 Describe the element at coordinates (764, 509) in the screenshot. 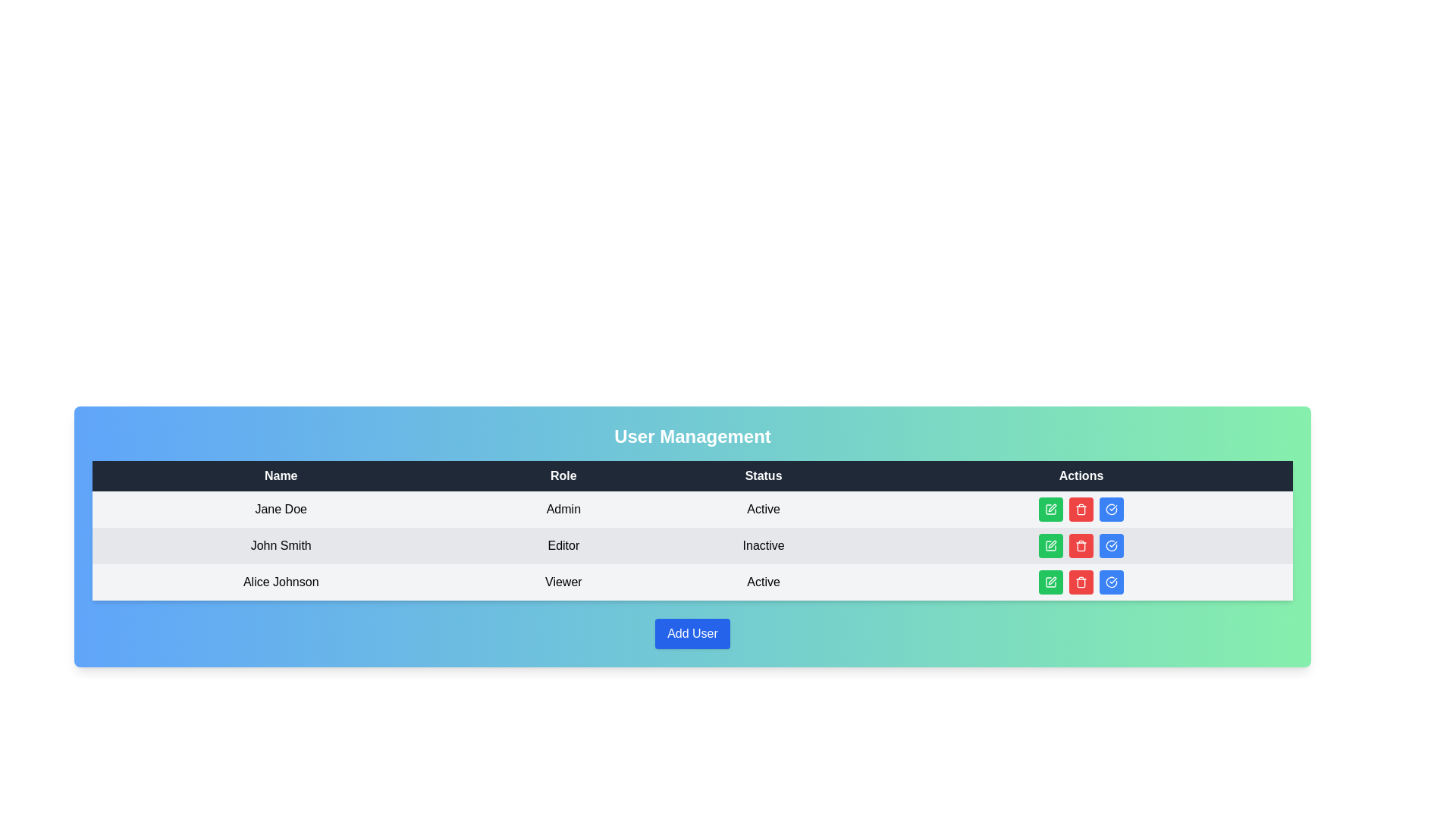

I see `Static Text Label displaying 'Active' in the 'Status' column of the User Management table` at that location.